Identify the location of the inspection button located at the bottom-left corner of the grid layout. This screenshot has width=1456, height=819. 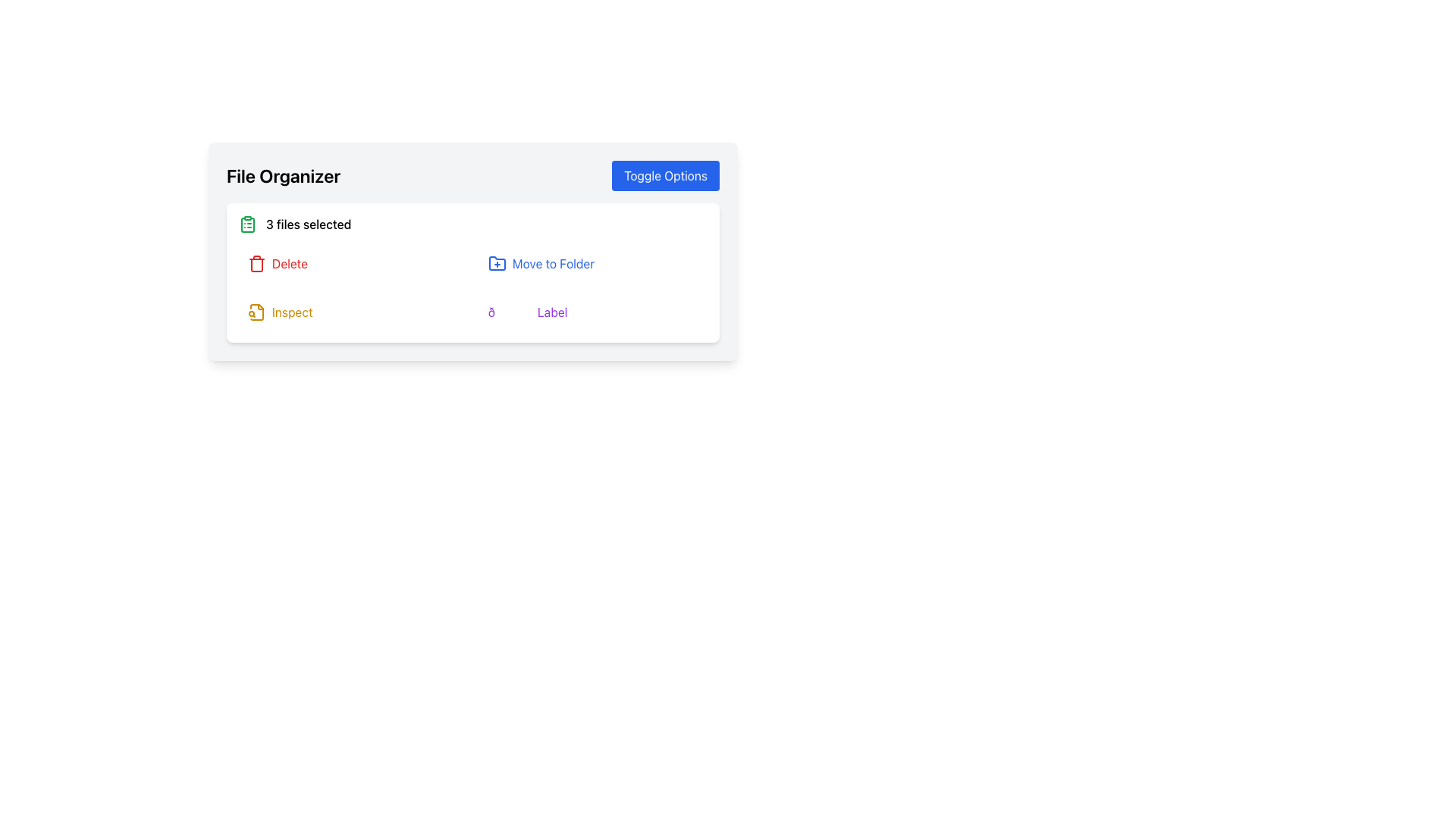
(352, 312).